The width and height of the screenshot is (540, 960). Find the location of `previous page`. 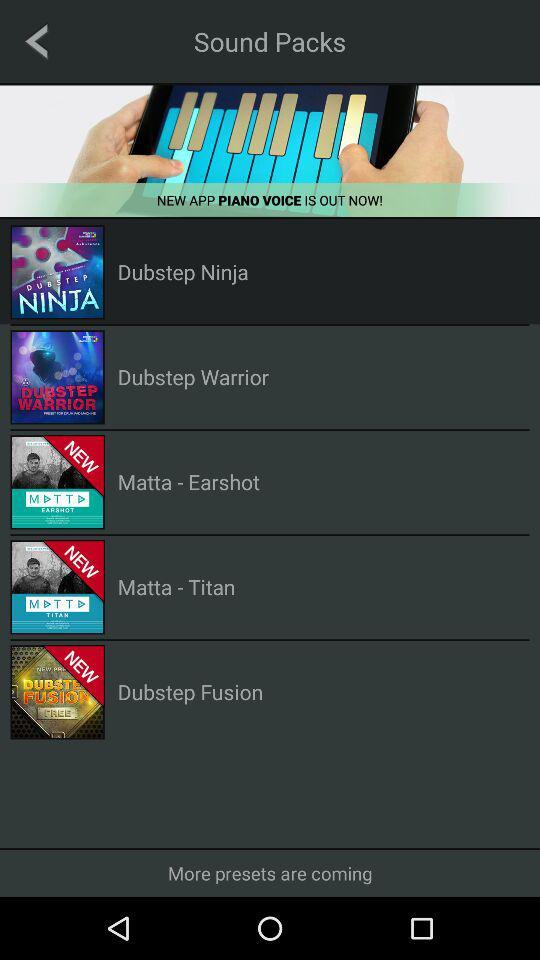

previous page is located at coordinates (36, 40).